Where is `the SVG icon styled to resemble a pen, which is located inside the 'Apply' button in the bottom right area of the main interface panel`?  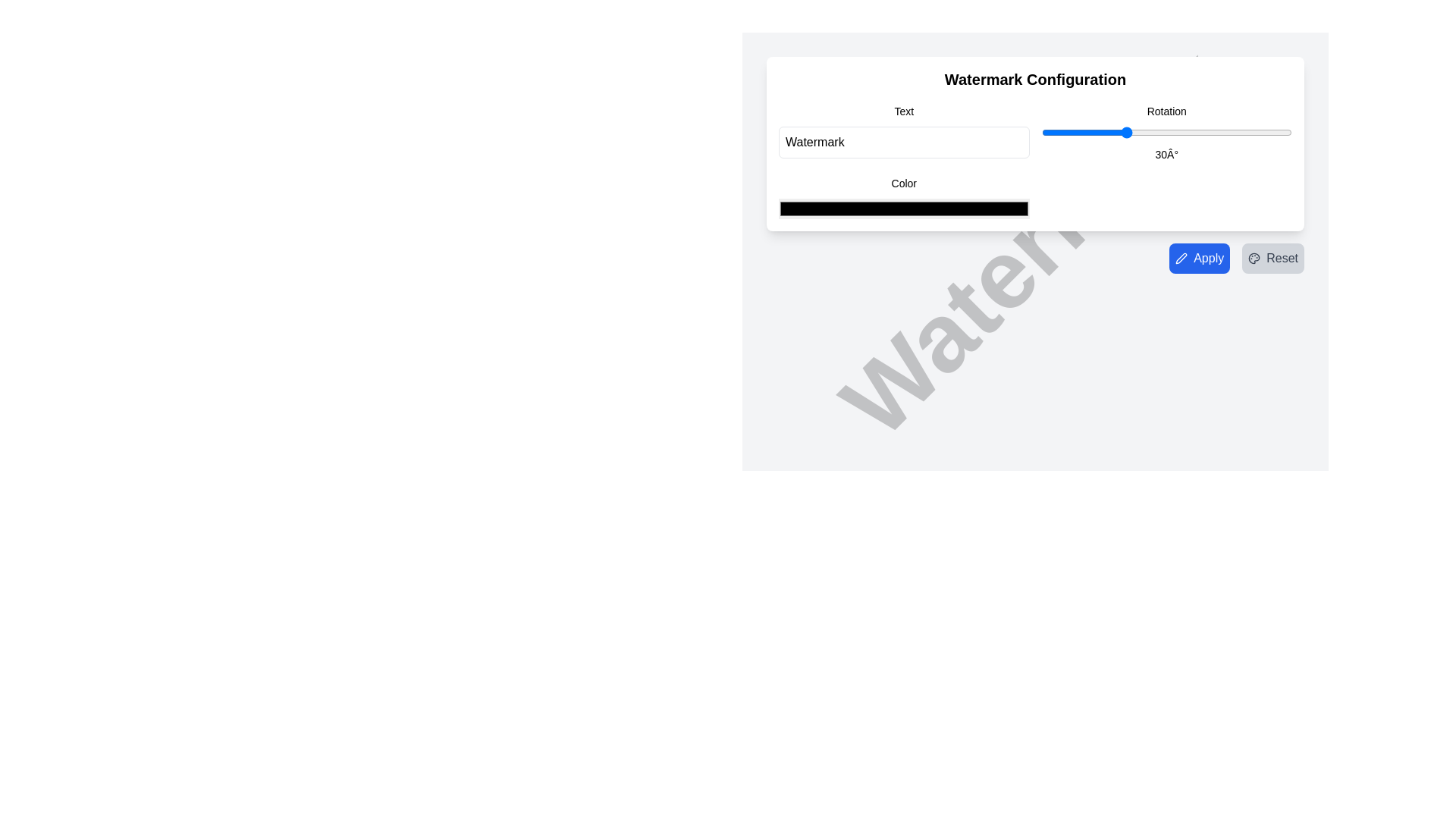 the SVG icon styled to resemble a pen, which is located inside the 'Apply' button in the bottom right area of the main interface panel is located at coordinates (1181, 257).